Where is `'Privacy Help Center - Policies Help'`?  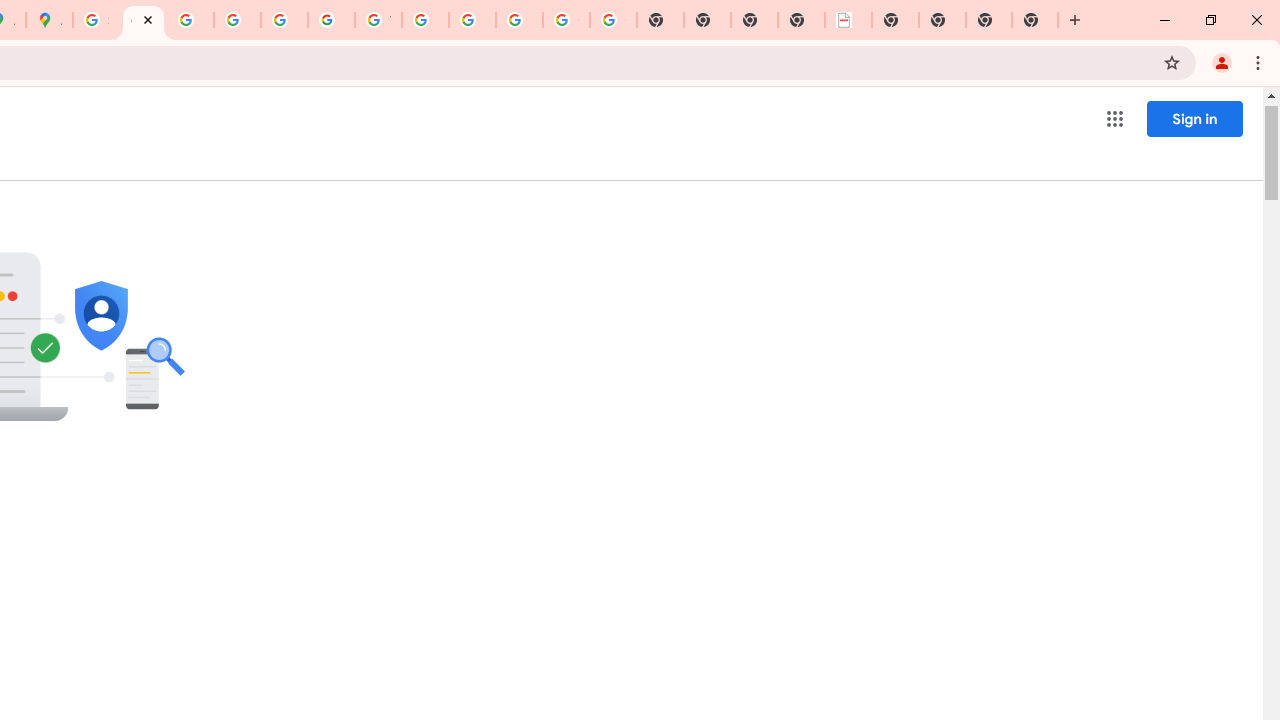 'Privacy Help Center - Policies Help' is located at coordinates (237, 20).